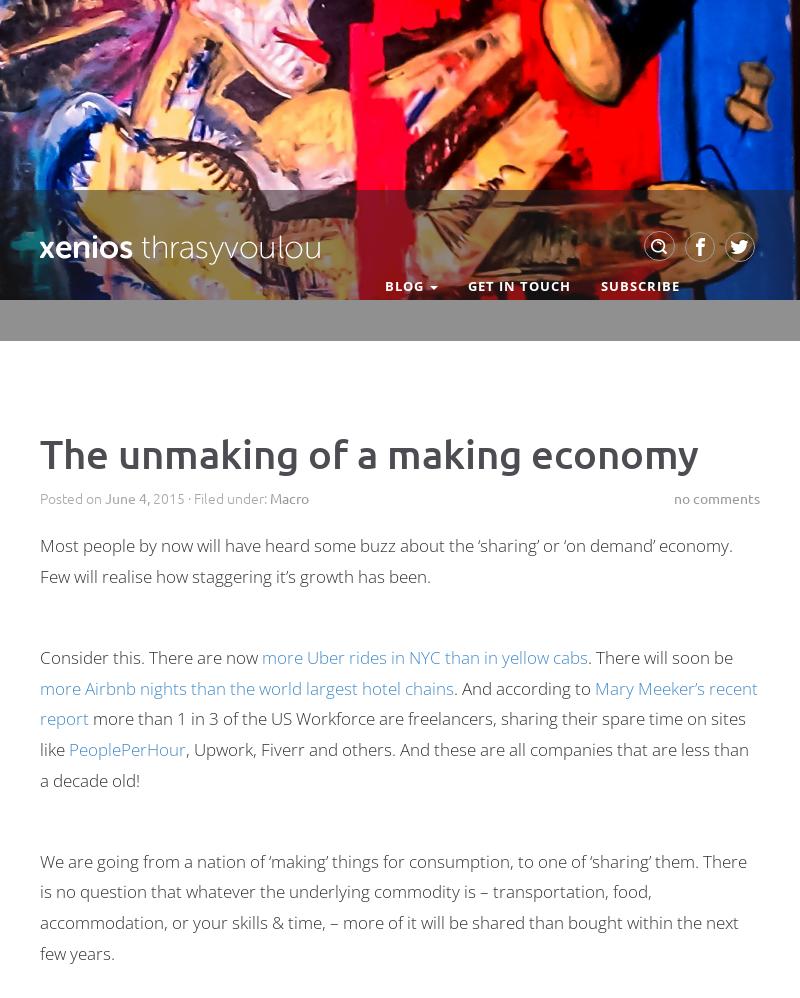  Describe the element at coordinates (384, 285) in the screenshot. I see `'Blog'` at that location.